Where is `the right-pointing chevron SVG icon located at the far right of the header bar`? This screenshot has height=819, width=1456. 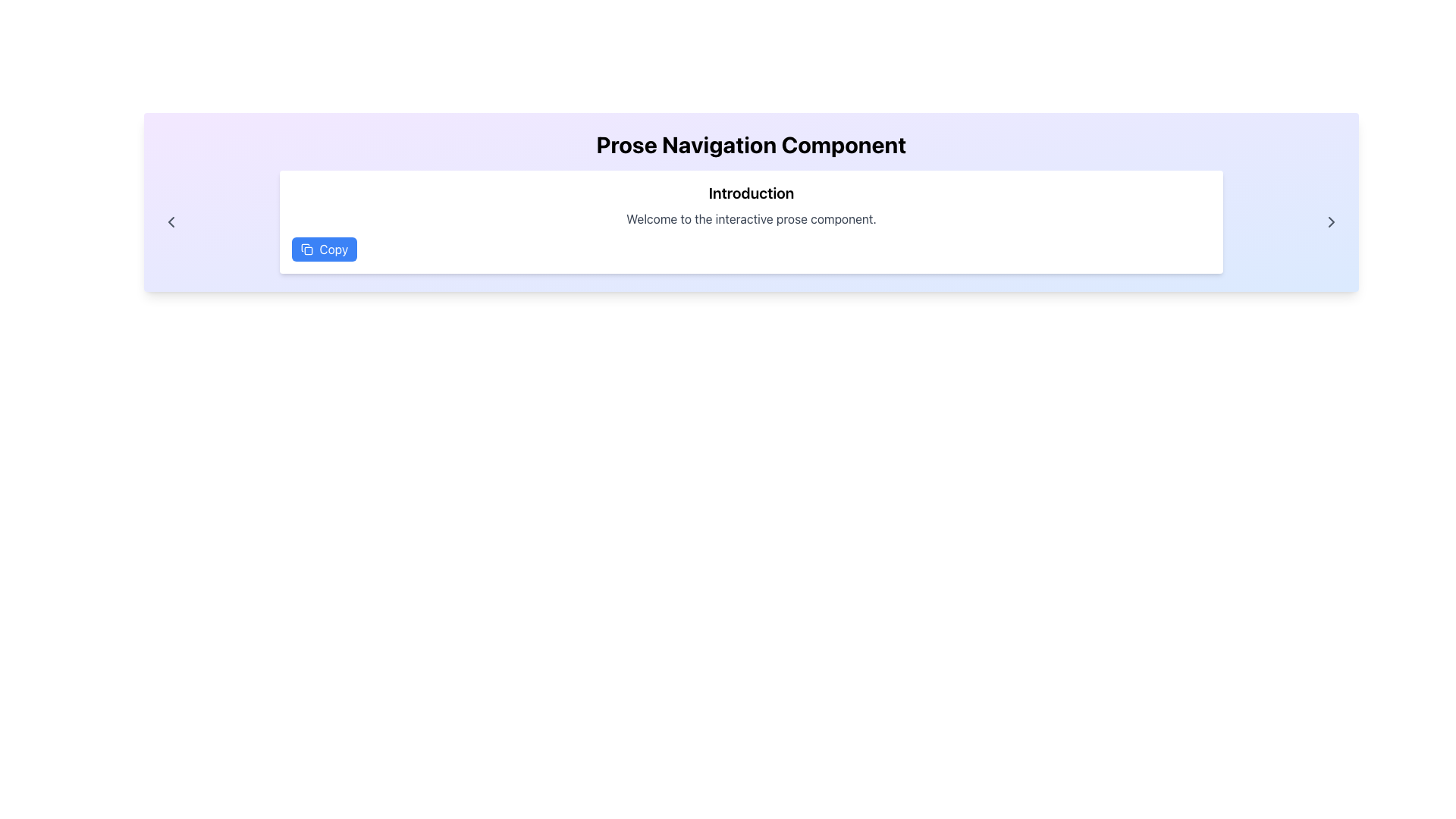 the right-pointing chevron SVG icon located at the far right of the header bar is located at coordinates (1331, 222).